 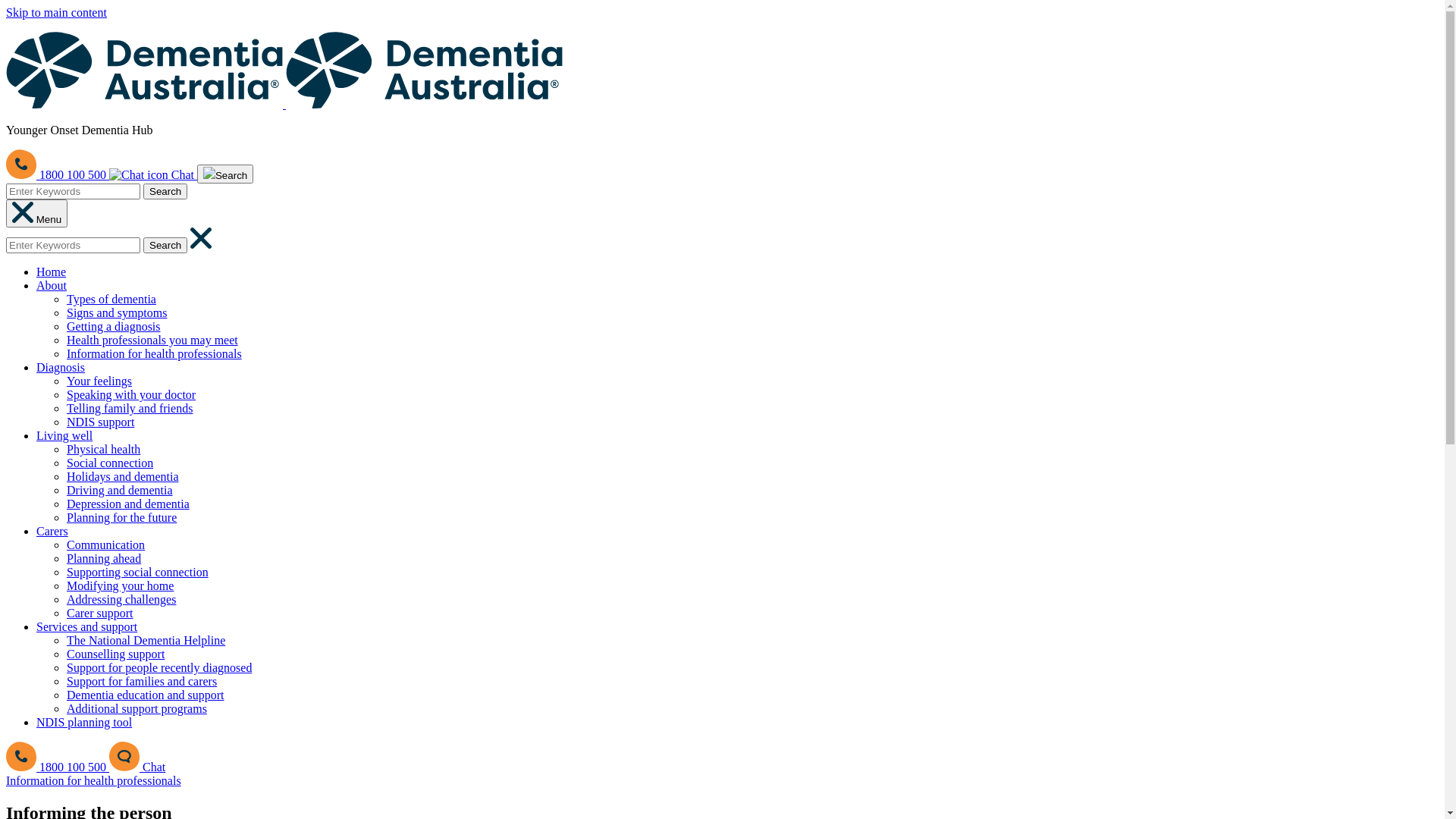 I want to click on 'Diagnosis', so click(x=61, y=367).